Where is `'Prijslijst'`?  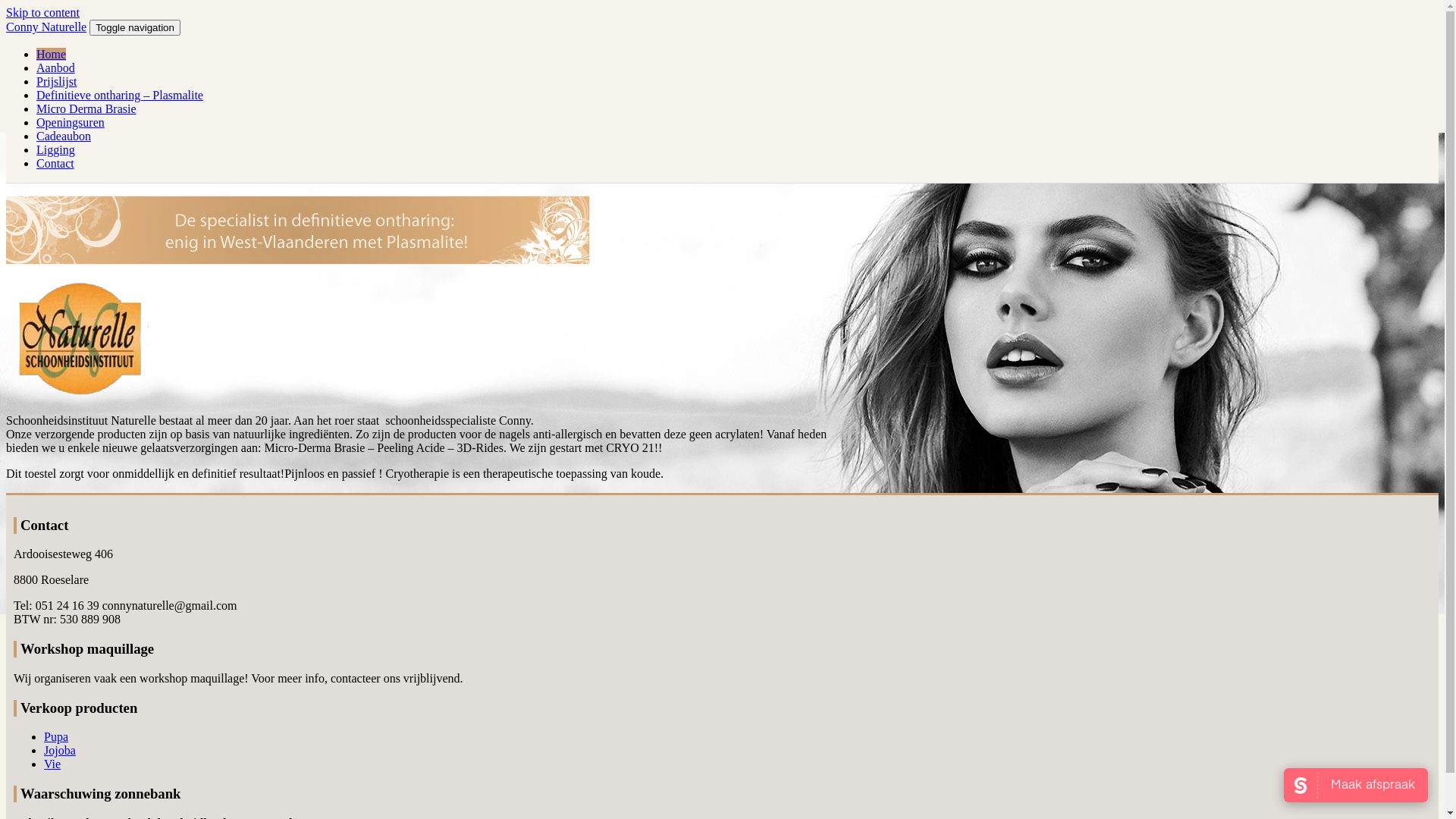 'Prijslijst' is located at coordinates (56, 81).